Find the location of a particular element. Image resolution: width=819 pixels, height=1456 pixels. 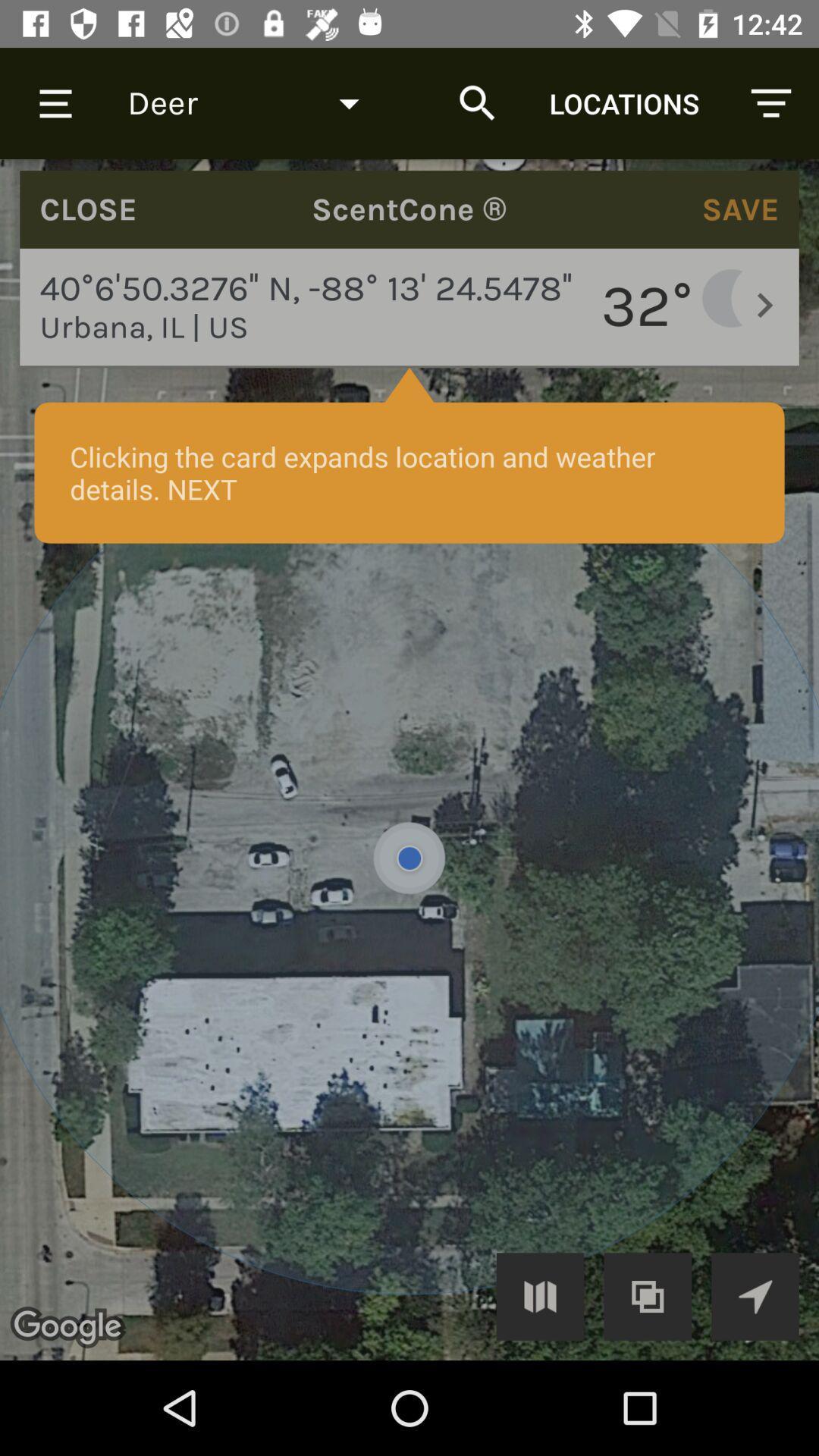

to track location/direction is located at coordinates (755, 1295).